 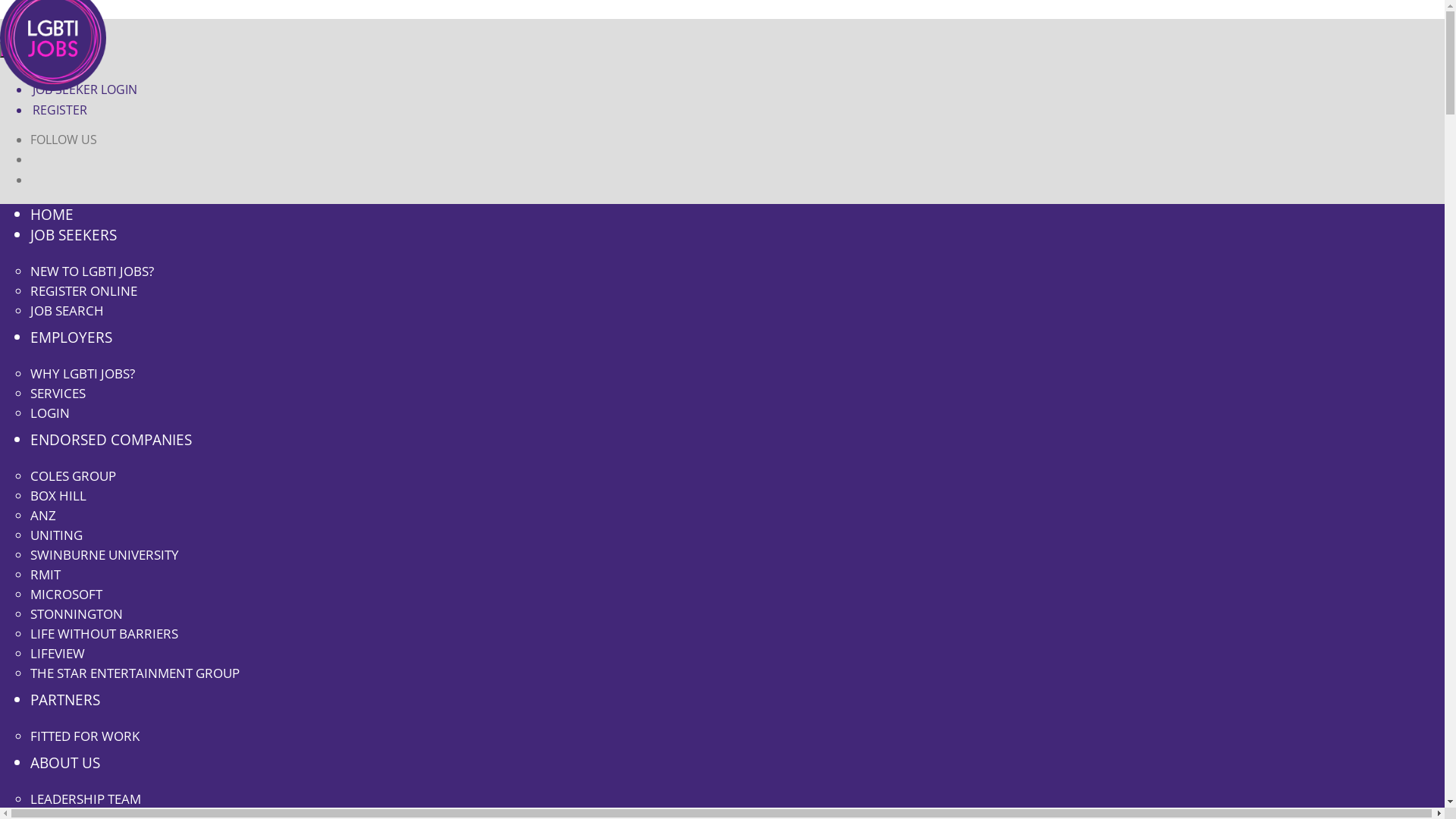 I want to click on 'SERVICES', so click(x=58, y=392).